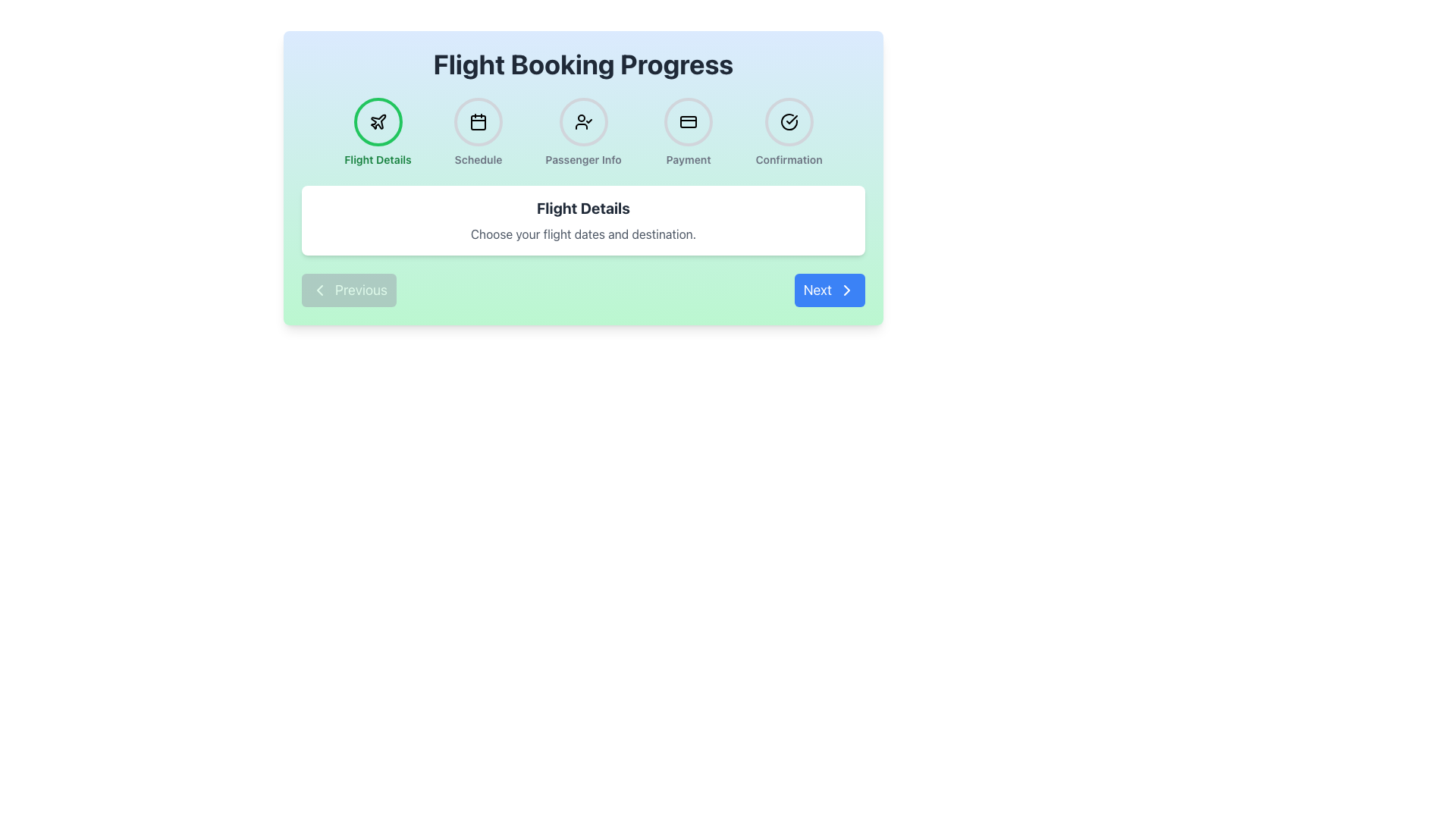 This screenshot has height=819, width=1456. Describe the element at coordinates (846, 290) in the screenshot. I see `the 'Next' button located at the bottom-right corner of the interface, which contains a right-pointing chevron icon and is styled with a blue background and white text` at that location.